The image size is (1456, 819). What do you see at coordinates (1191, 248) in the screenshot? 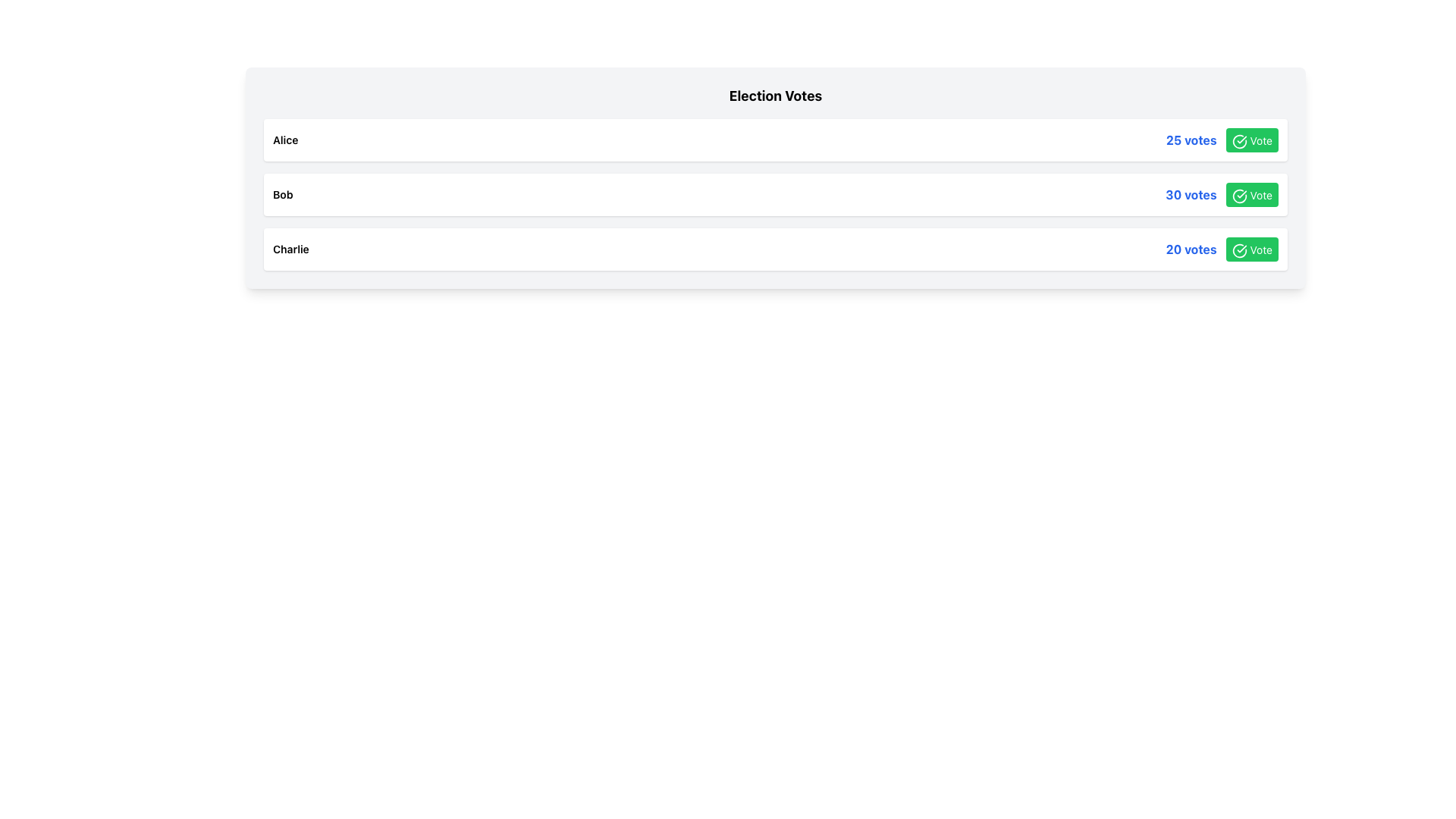
I see `the text label that reads '20 votes', which is styled in bold blue font and is located to the left of the 'Vote' button in the third row of the vote count elements` at bounding box center [1191, 248].